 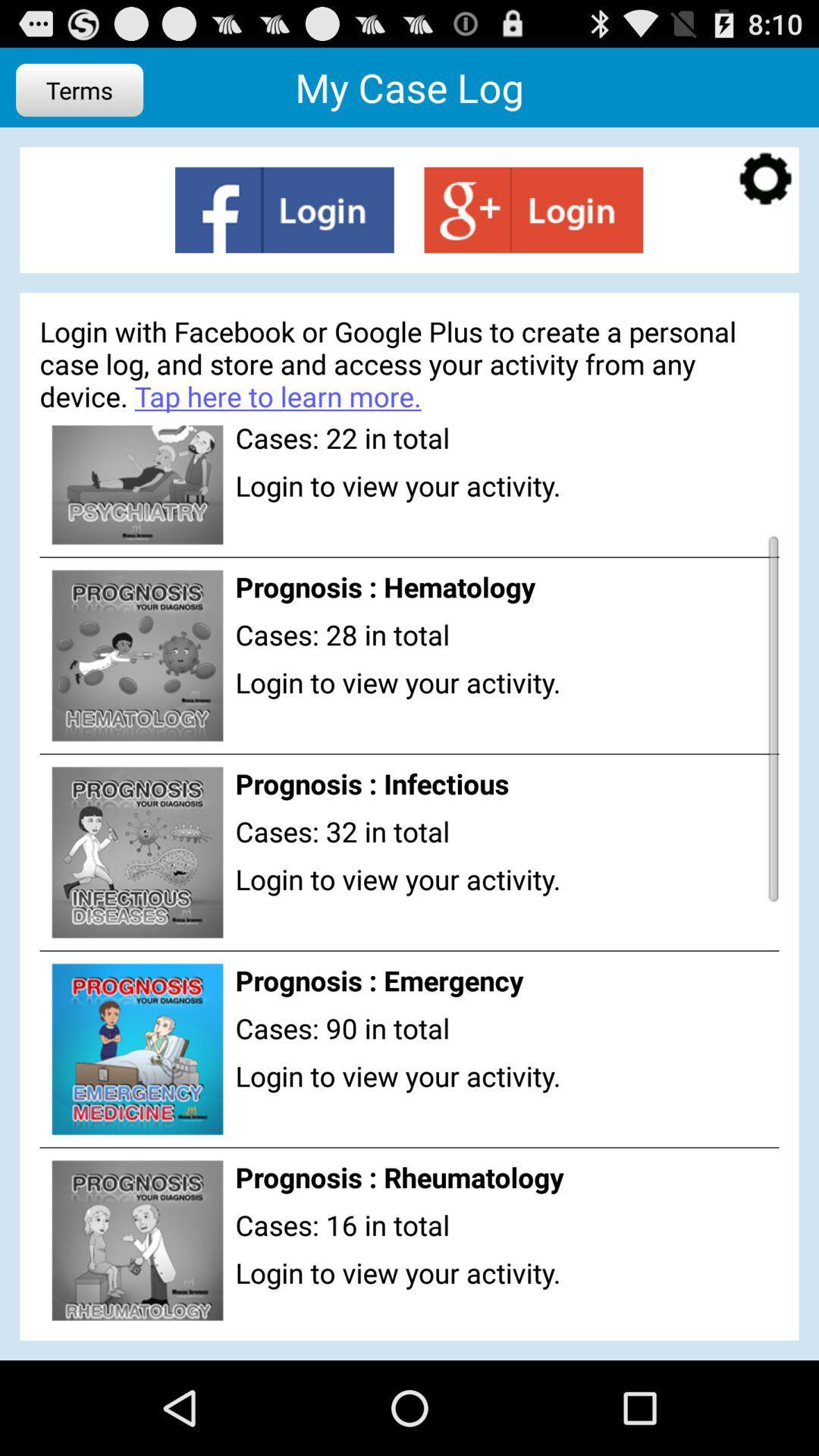 I want to click on the settings icon, so click(x=765, y=192).